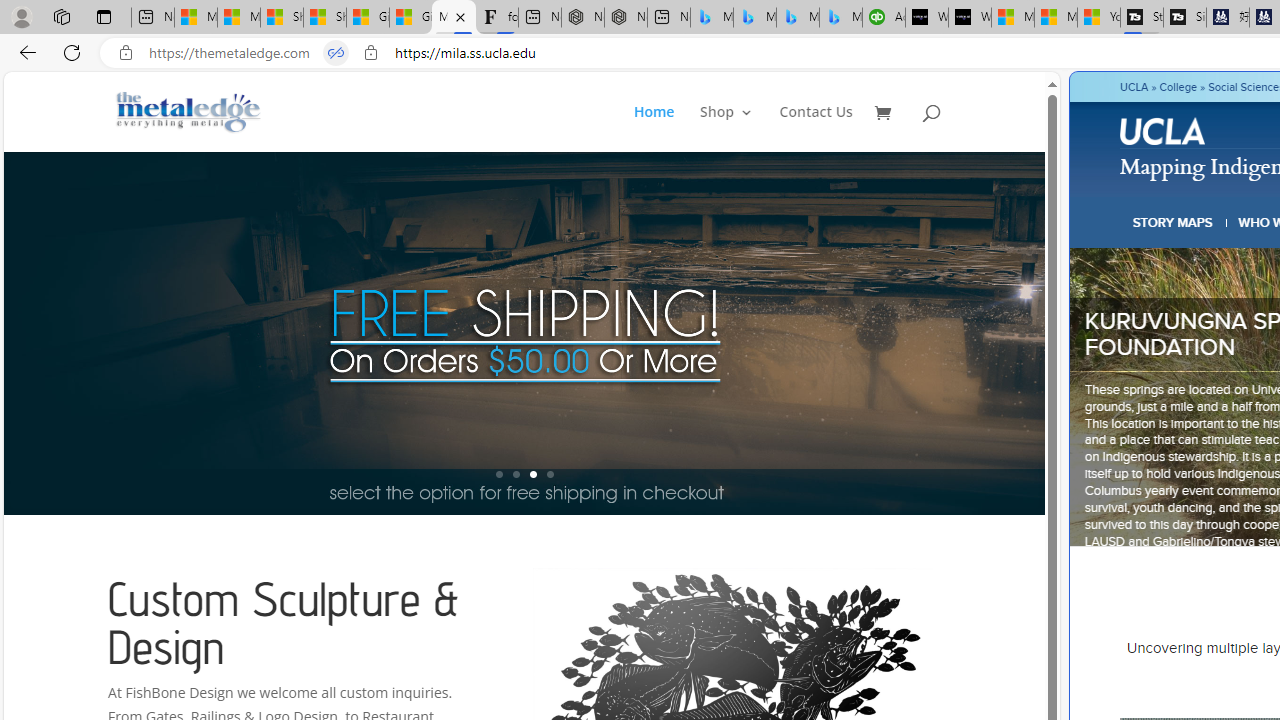 The height and width of the screenshot is (720, 1280). I want to click on 'Streaming Coverage | T3', so click(1142, 17).